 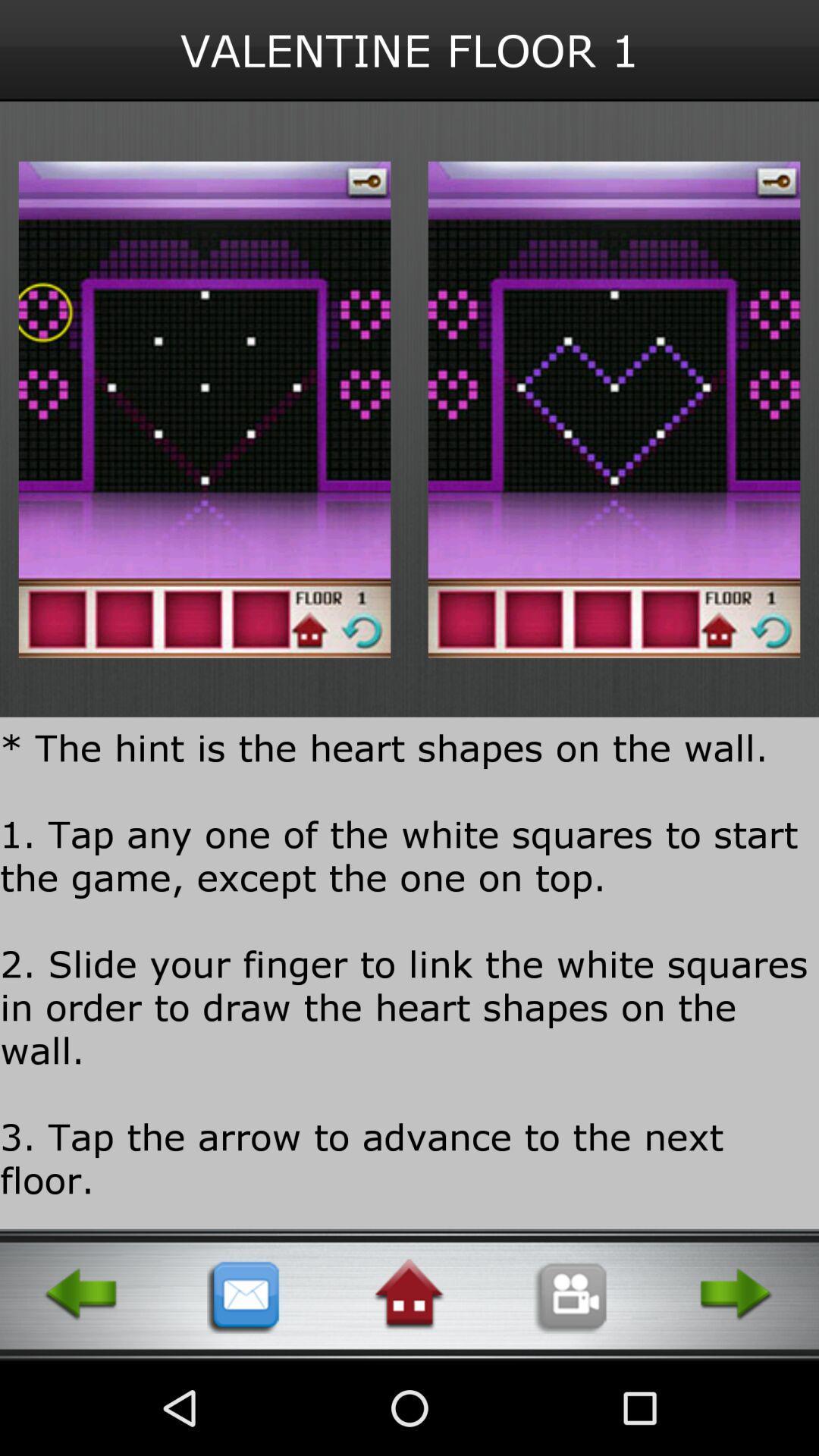 What do you see at coordinates (245, 1385) in the screenshot?
I see `the email icon` at bounding box center [245, 1385].